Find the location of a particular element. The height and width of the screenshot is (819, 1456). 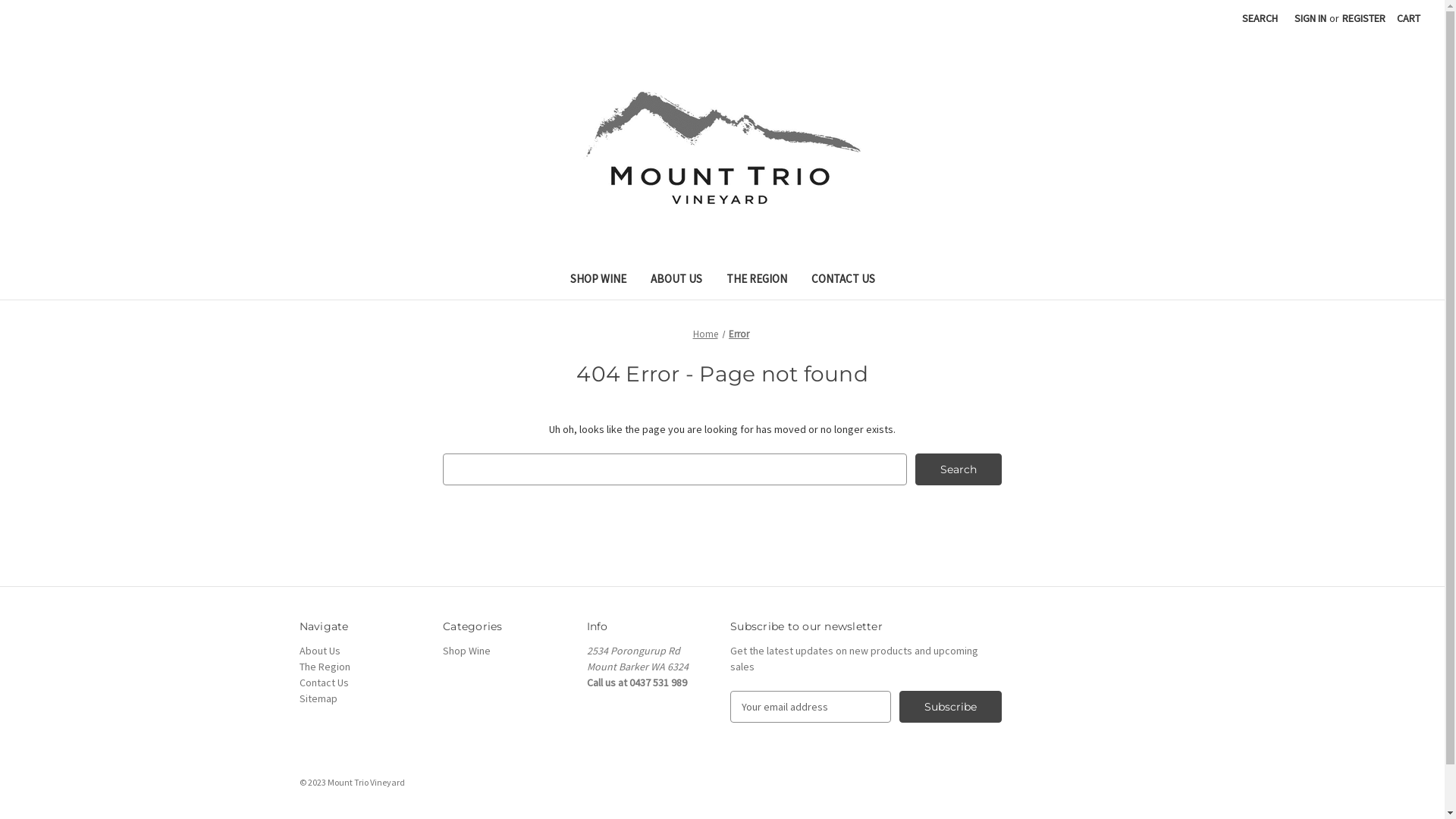

'REGISTER' is located at coordinates (1363, 18).